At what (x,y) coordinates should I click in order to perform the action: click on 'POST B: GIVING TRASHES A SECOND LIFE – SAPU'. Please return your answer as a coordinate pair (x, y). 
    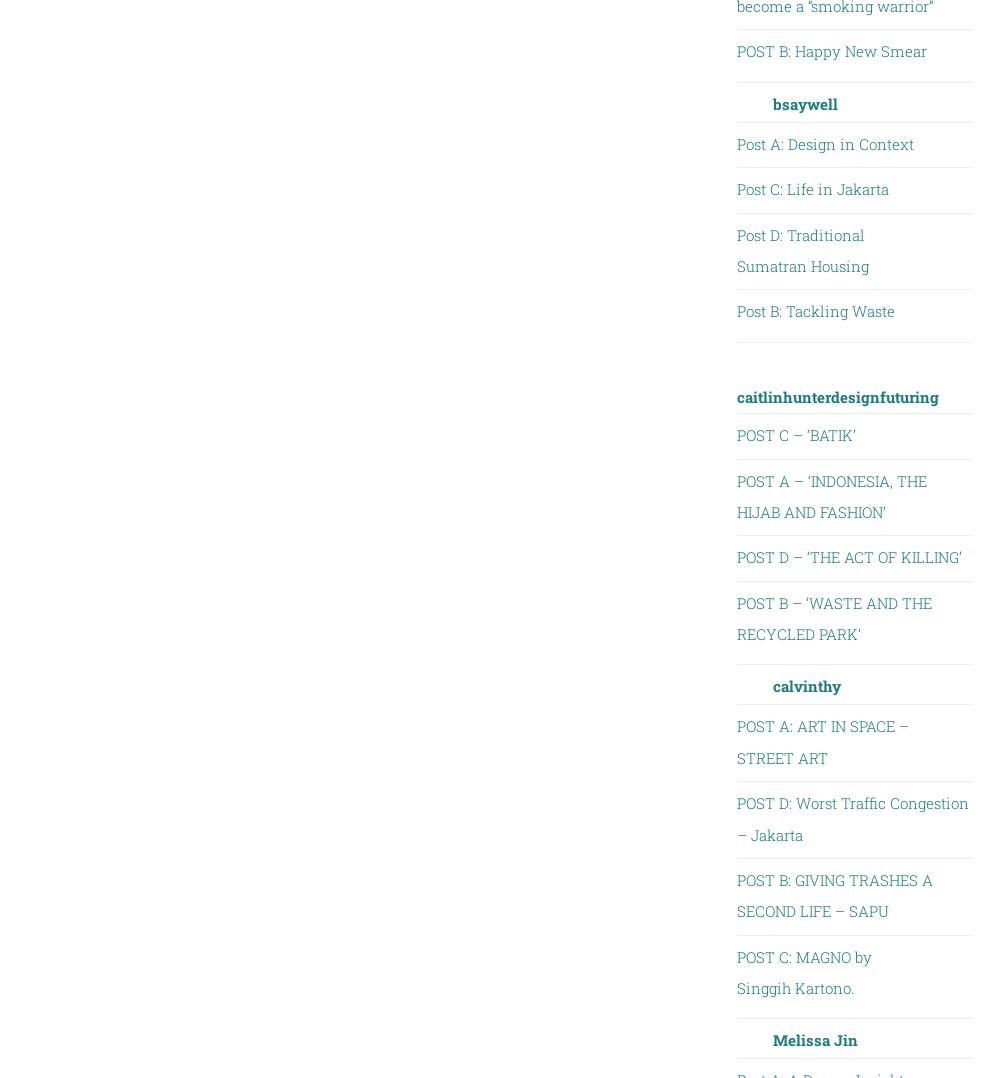
    Looking at the image, I should click on (833, 894).